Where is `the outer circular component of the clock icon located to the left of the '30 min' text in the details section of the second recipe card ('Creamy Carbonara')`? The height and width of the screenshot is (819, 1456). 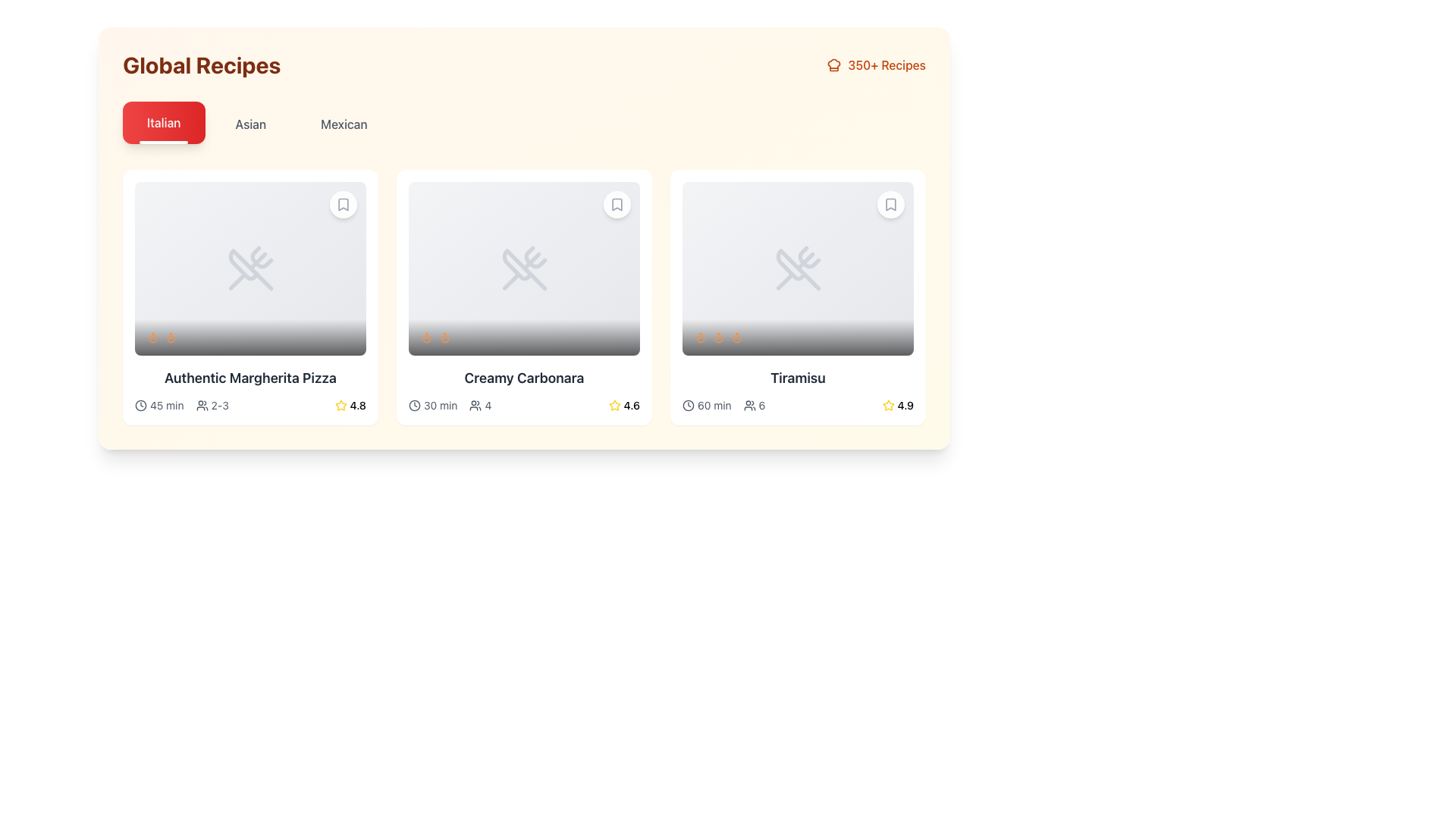
the outer circular component of the clock icon located to the left of the '30 min' text in the details section of the second recipe card ('Creamy Carbonara') is located at coordinates (415, 404).